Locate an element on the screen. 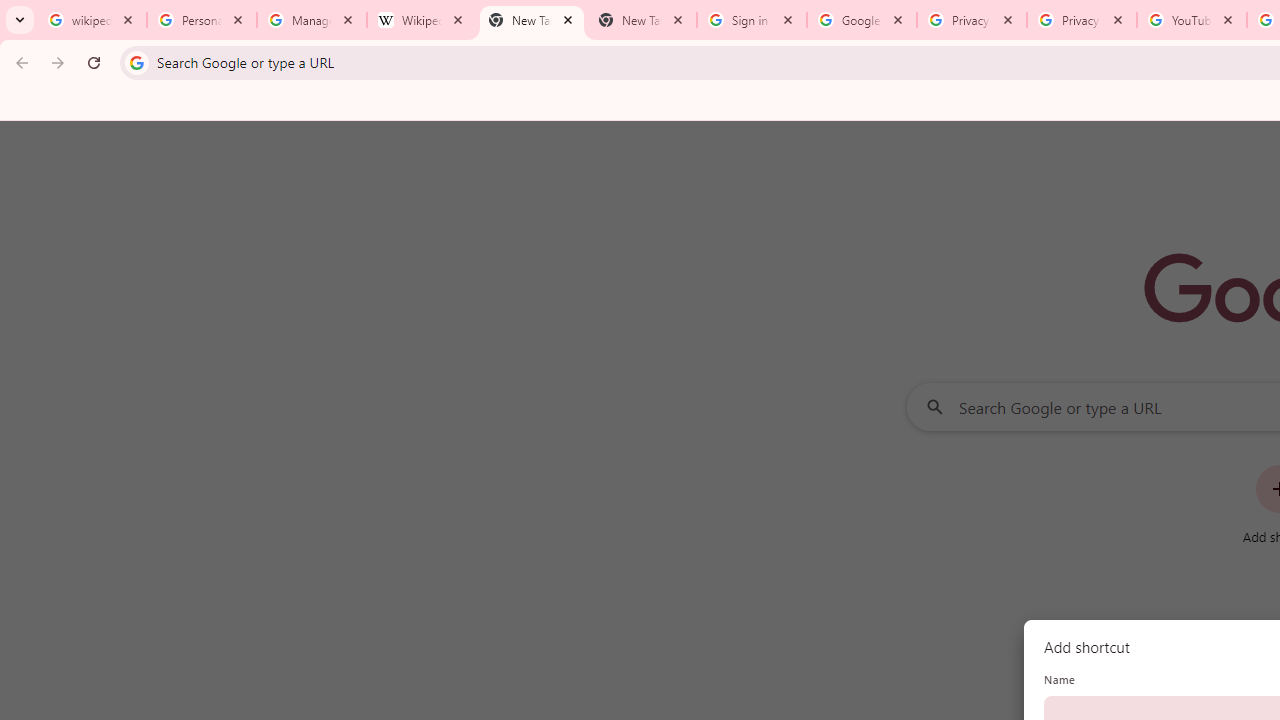 Image resolution: width=1280 pixels, height=720 pixels. 'Personalization & Google Search results - Google Search Help' is located at coordinates (202, 20).